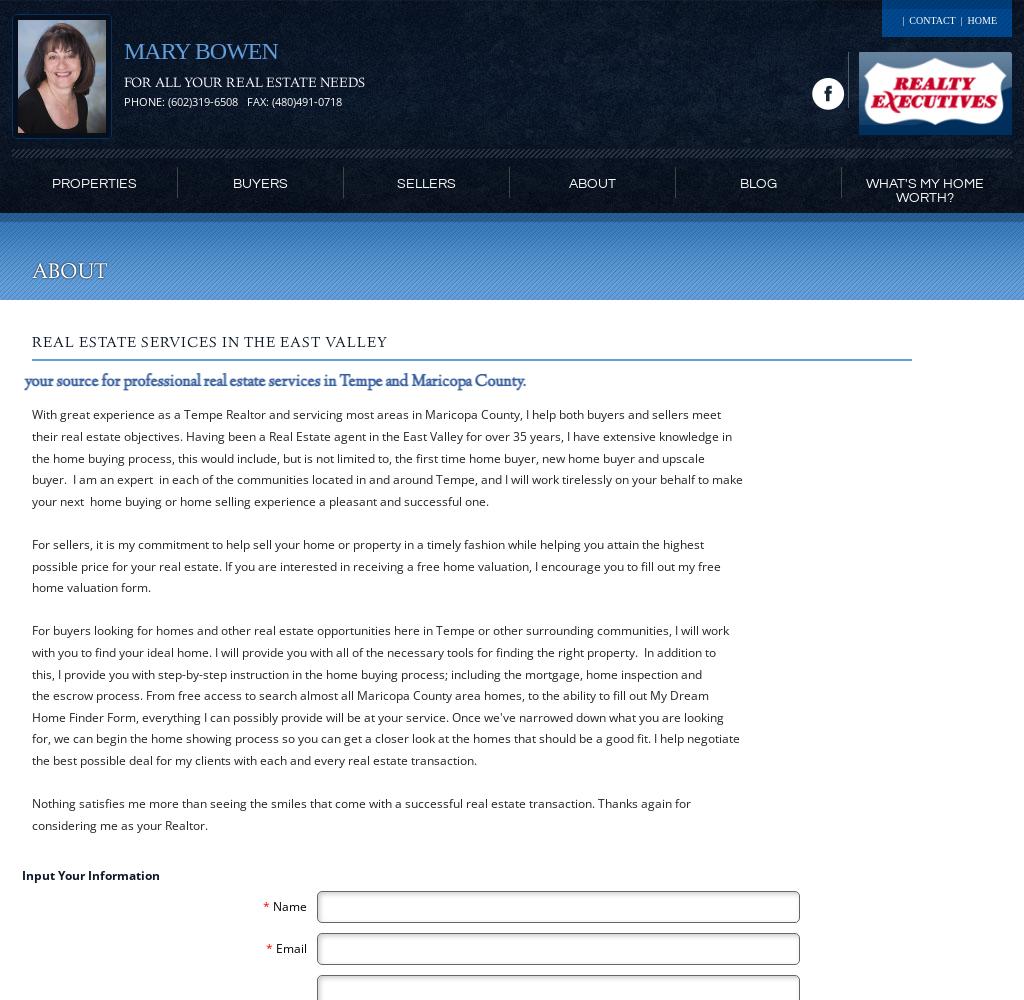  What do you see at coordinates (425, 184) in the screenshot?
I see `'Sellers'` at bounding box center [425, 184].